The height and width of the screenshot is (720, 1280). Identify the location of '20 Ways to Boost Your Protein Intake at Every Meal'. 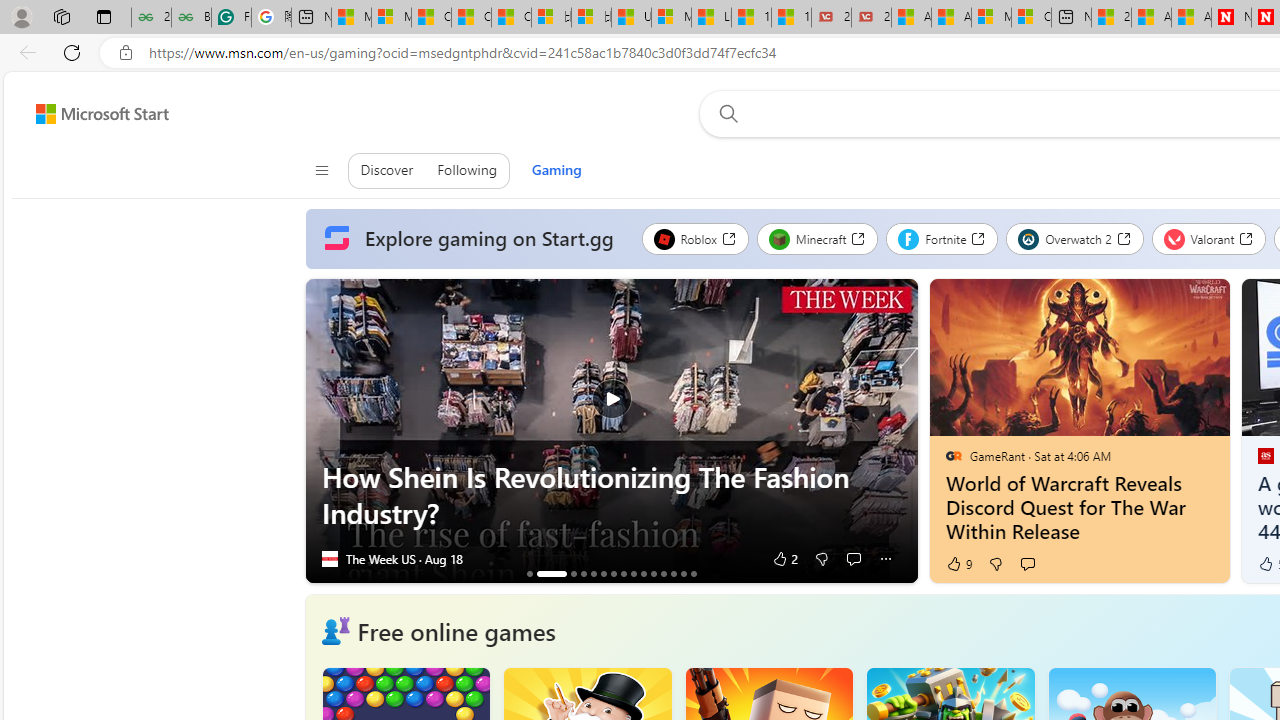
(1110, 17).